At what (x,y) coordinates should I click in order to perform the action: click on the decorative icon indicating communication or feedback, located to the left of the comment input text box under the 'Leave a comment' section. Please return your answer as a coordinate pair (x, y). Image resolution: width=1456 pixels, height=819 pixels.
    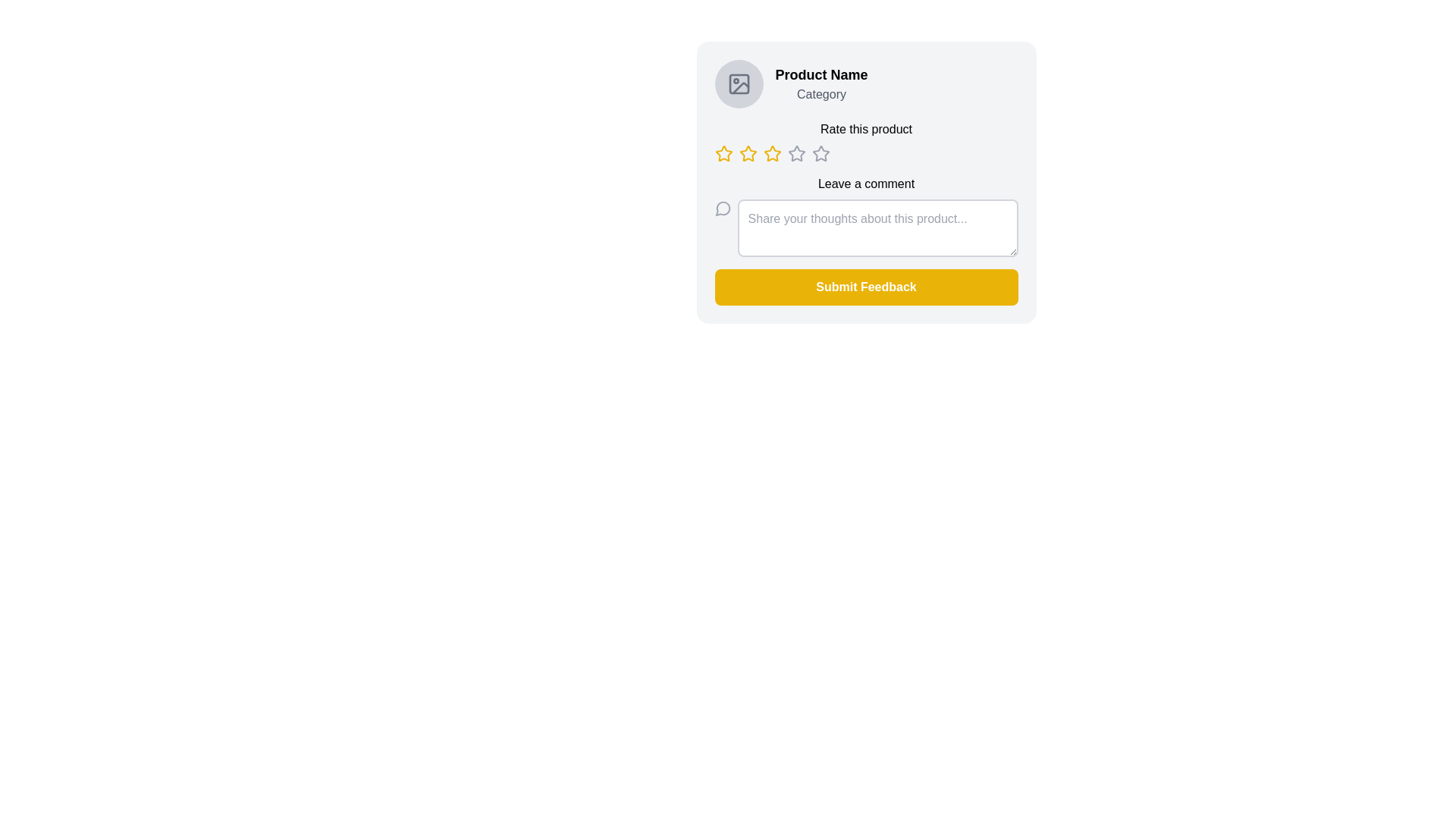
    Looking at the image, I should click on (722, 208).